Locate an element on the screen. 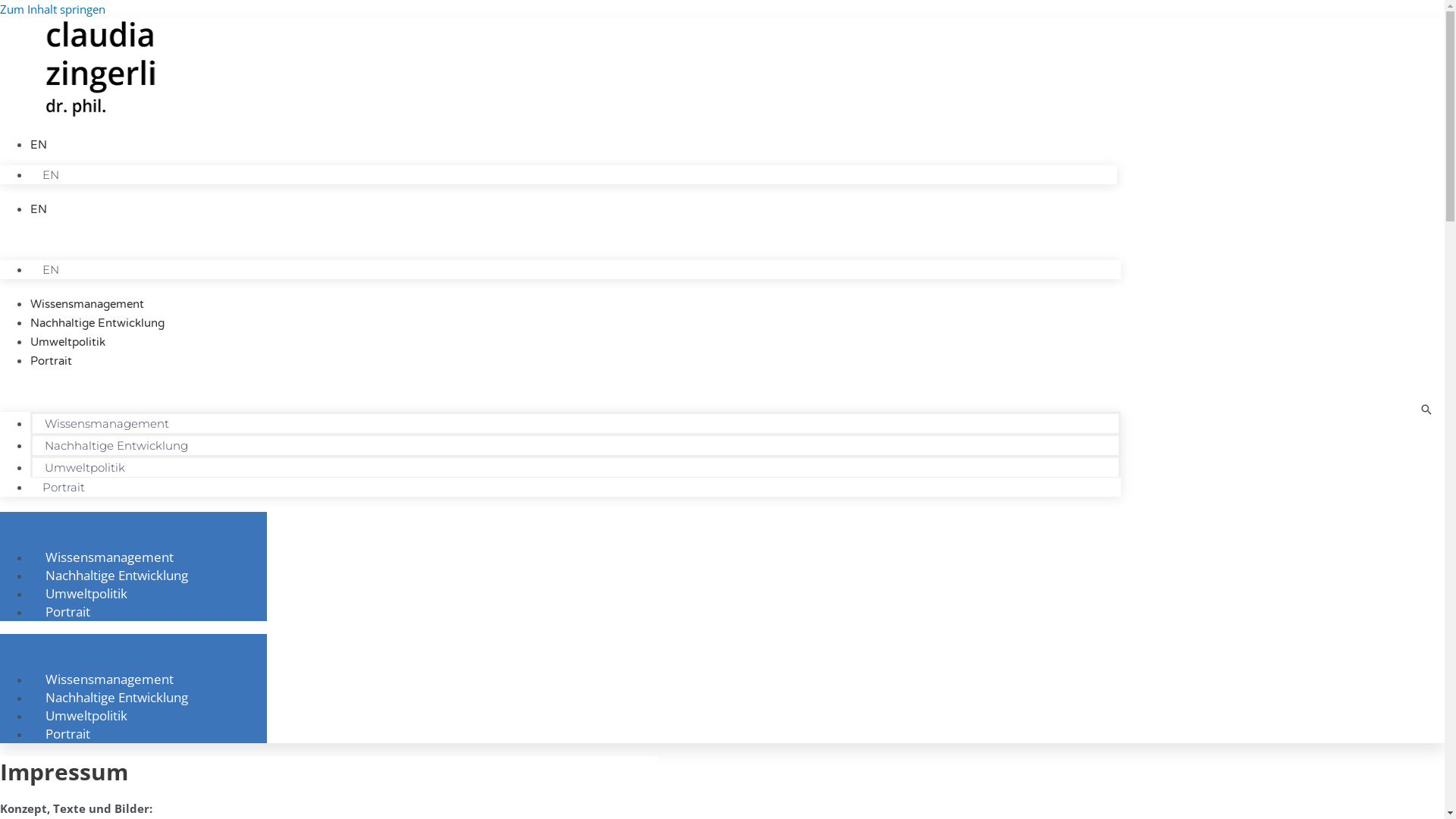 The height and width of the screenshot is (819, 1456). 'Nachhaltige Entwicklung' is located at coordinates (115, 444).